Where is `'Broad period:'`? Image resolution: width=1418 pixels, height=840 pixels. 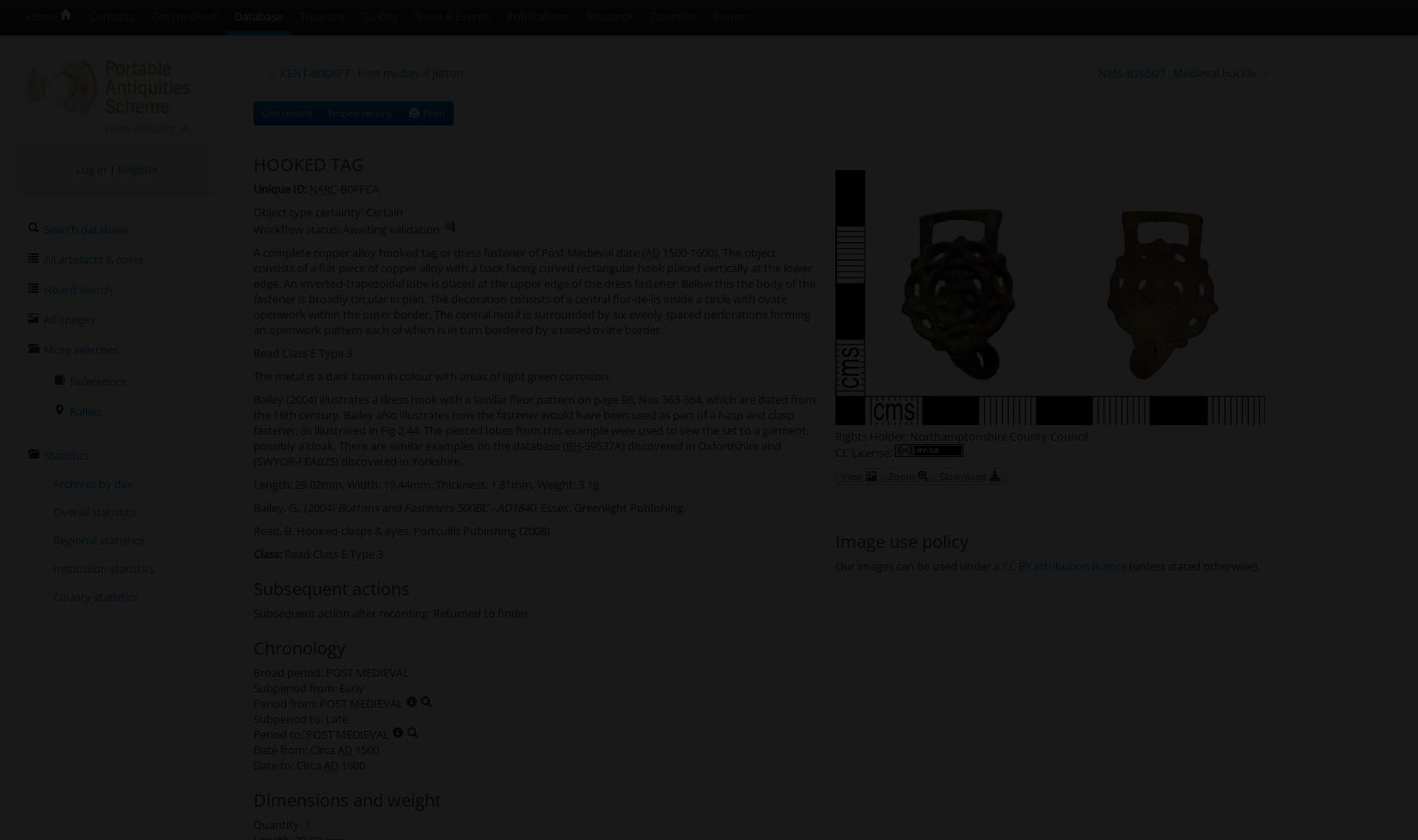 'Broad period:' is located at coordinates (289, 671).